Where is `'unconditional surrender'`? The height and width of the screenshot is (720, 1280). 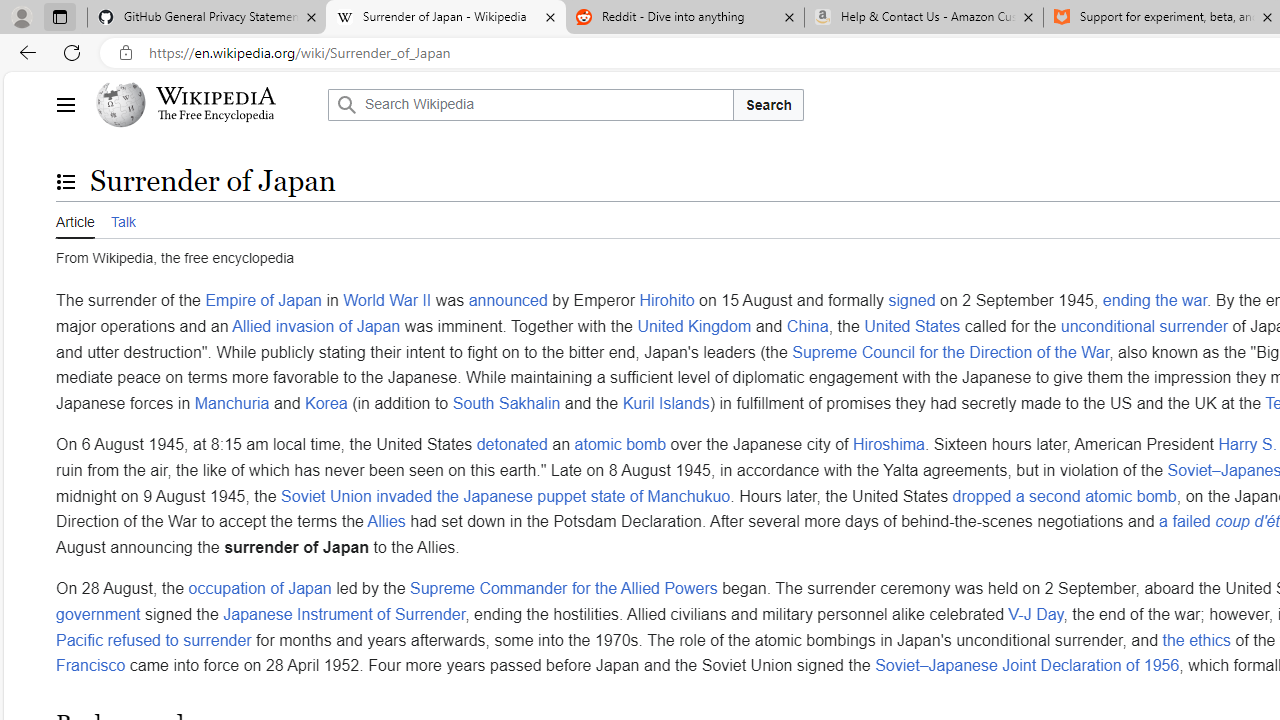
'unconditional surrender' is located at coordinates (1143, 324).